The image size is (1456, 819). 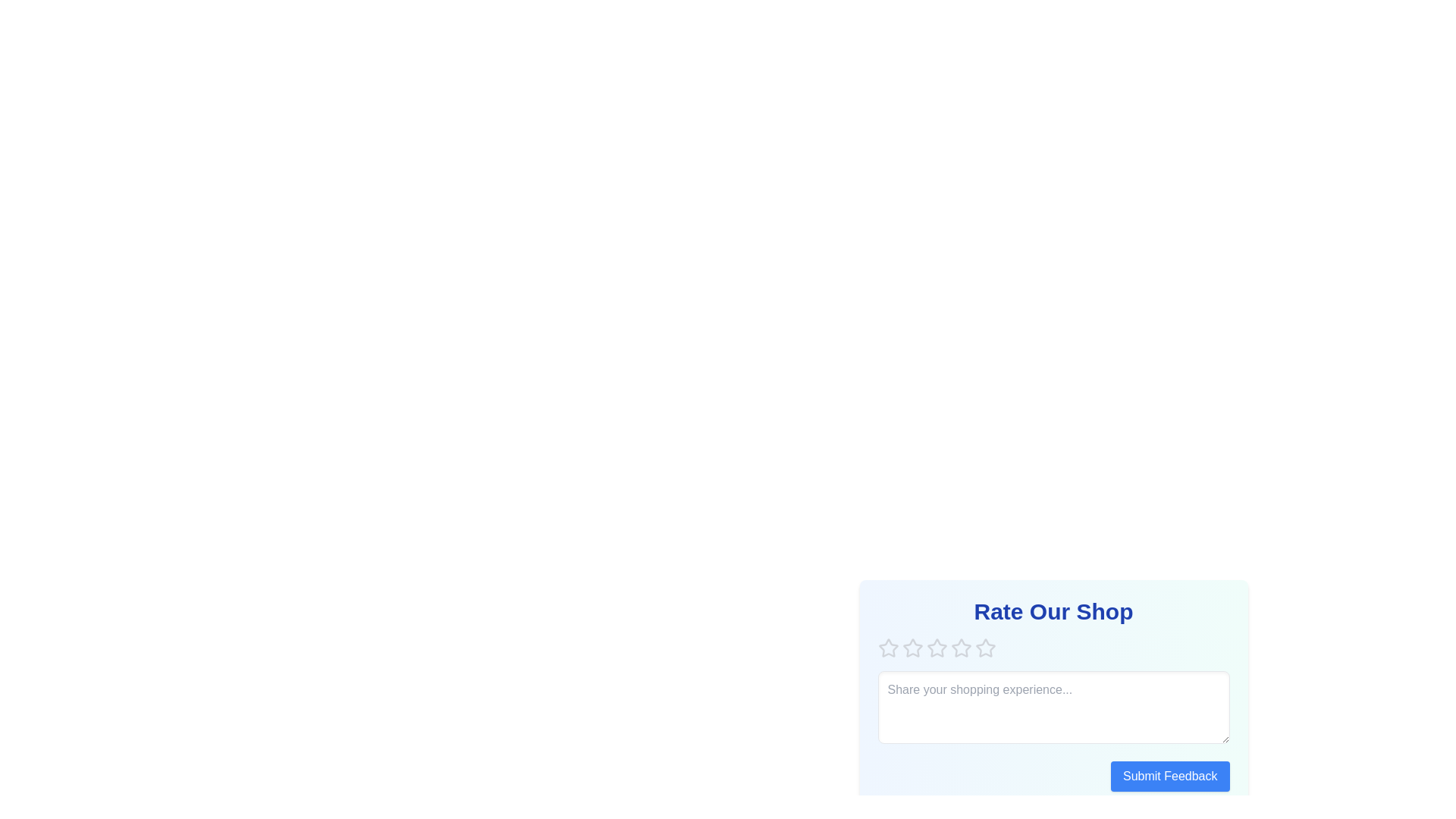 I want to click on the star corresponding to the rating 2, so click(x=912, y=648).